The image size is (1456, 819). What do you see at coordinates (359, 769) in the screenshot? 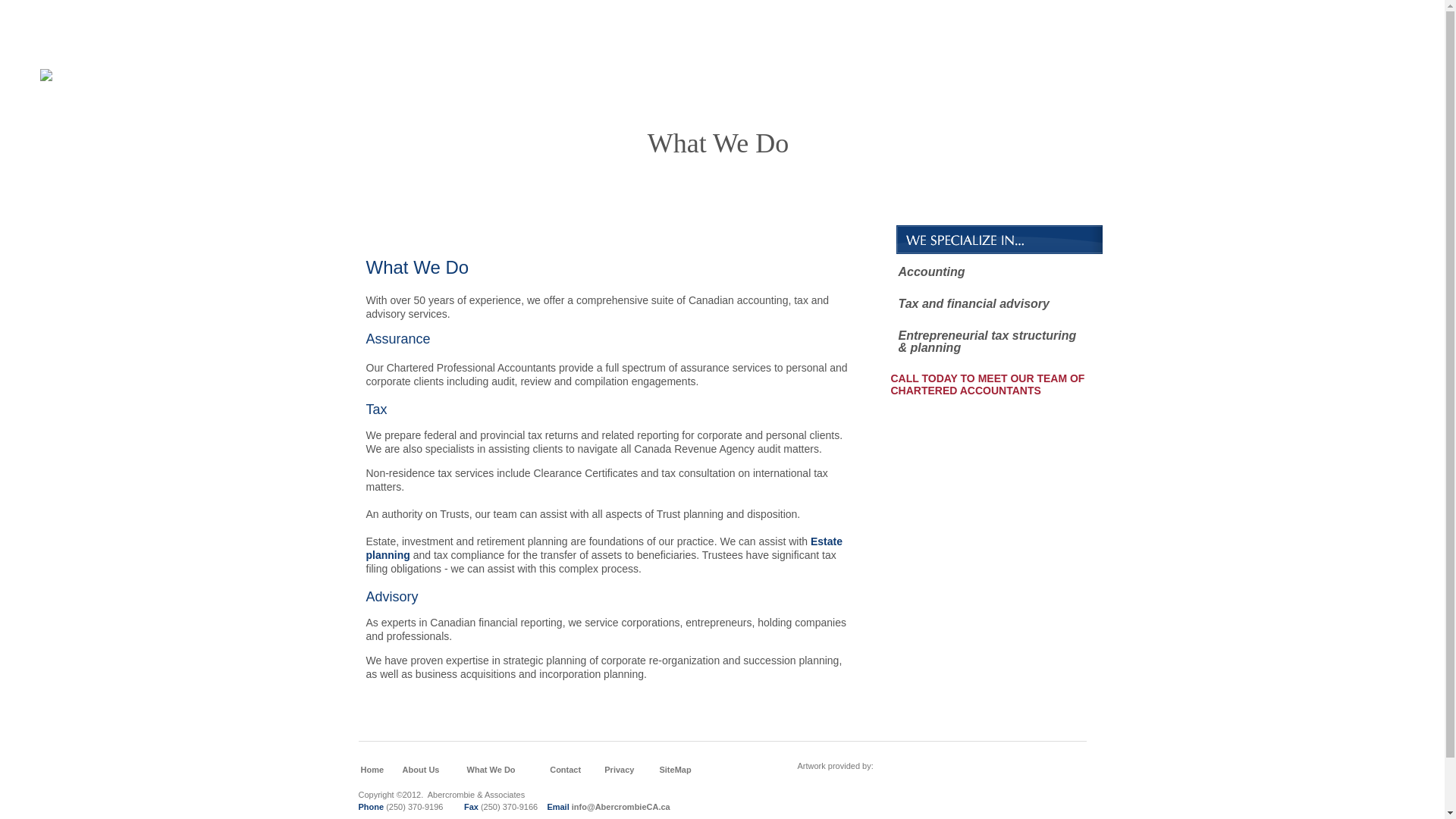
I see `'Home'` at bounding box center [359, 769].